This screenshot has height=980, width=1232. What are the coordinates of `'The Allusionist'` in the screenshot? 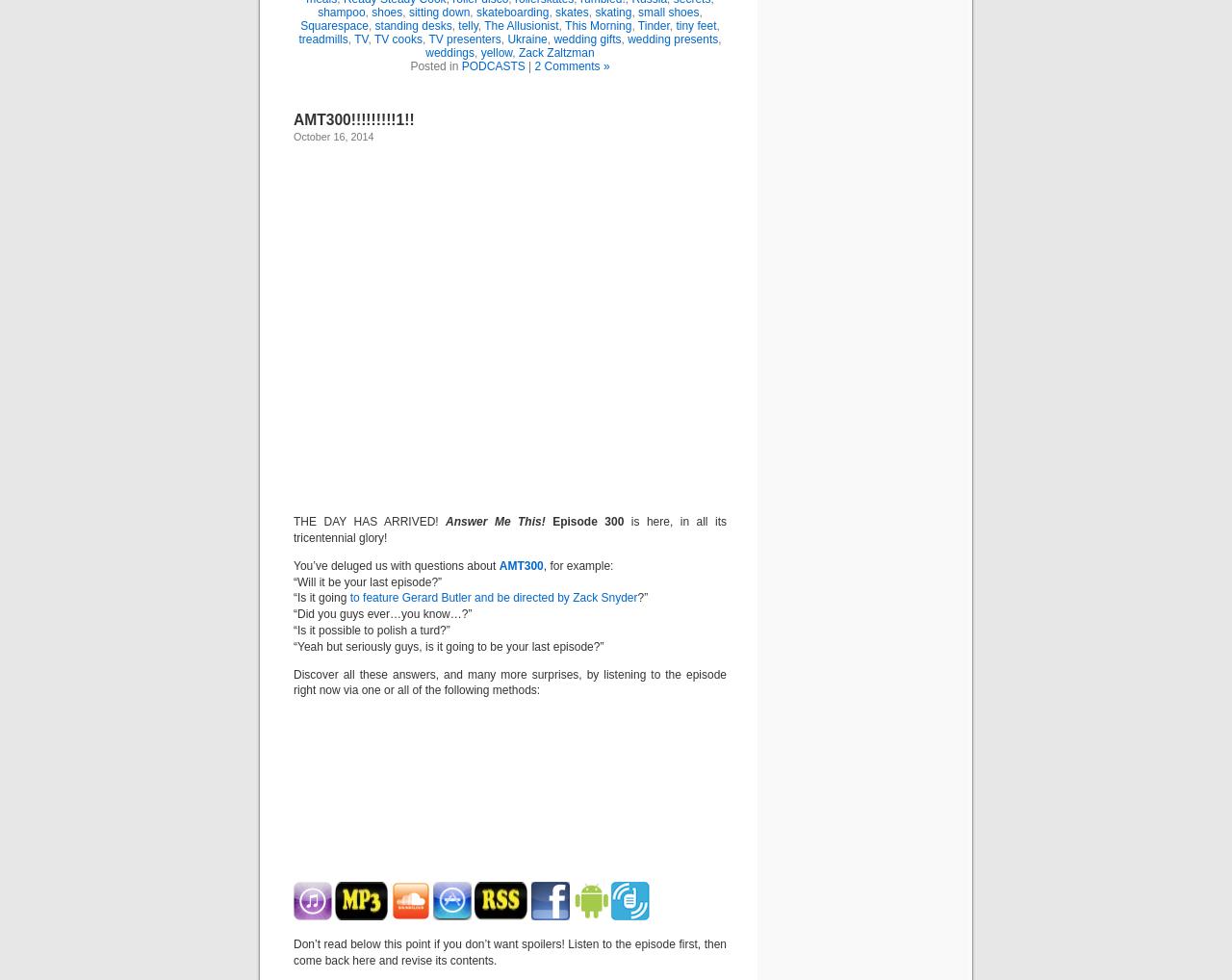 It's located at (521, 24).